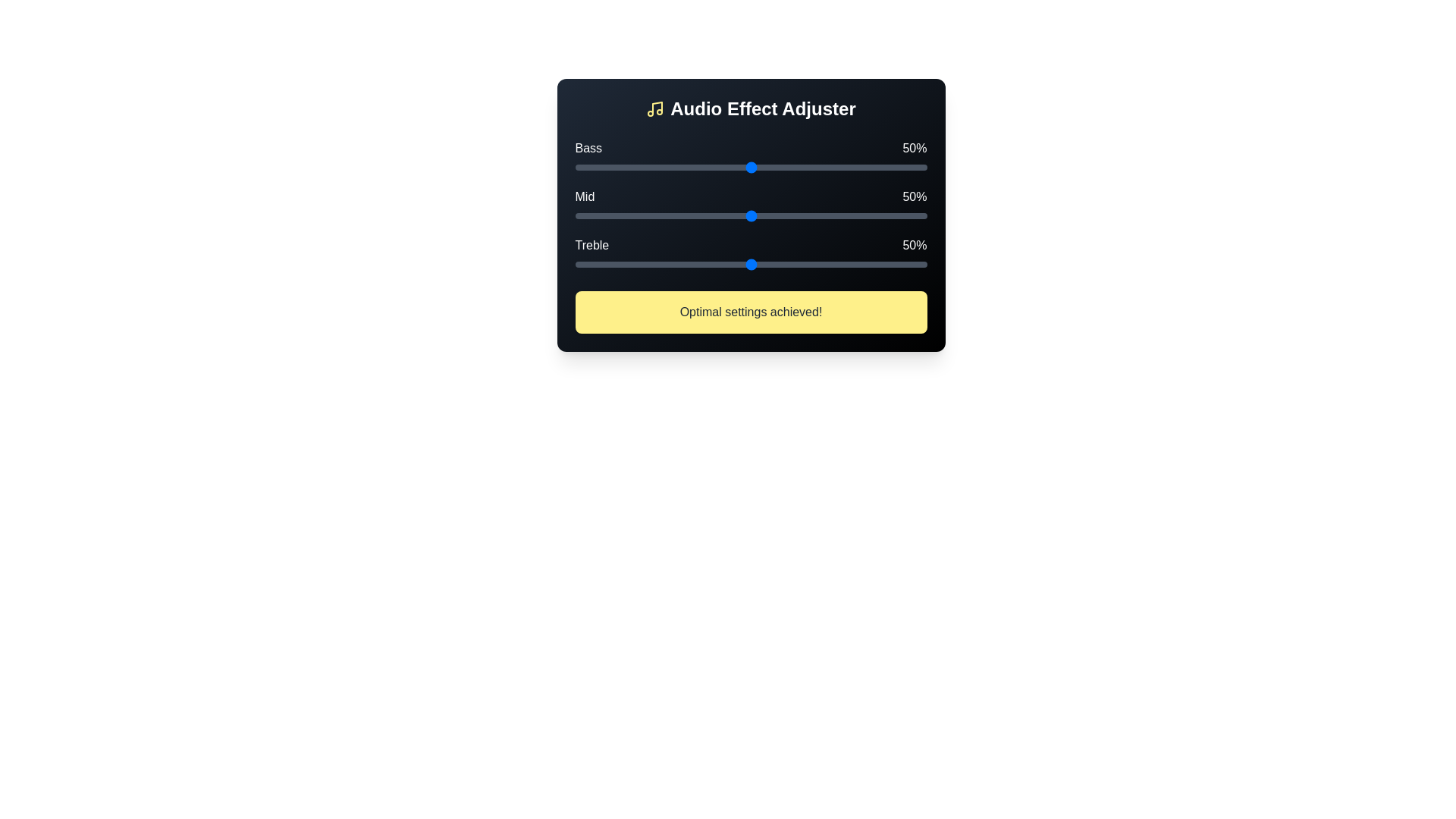  What do you see at coordinates (786, 167) in the screenshot?
I see `the Bass slider to 60% by clicking on the slider track` at bounding box center [786, 167].